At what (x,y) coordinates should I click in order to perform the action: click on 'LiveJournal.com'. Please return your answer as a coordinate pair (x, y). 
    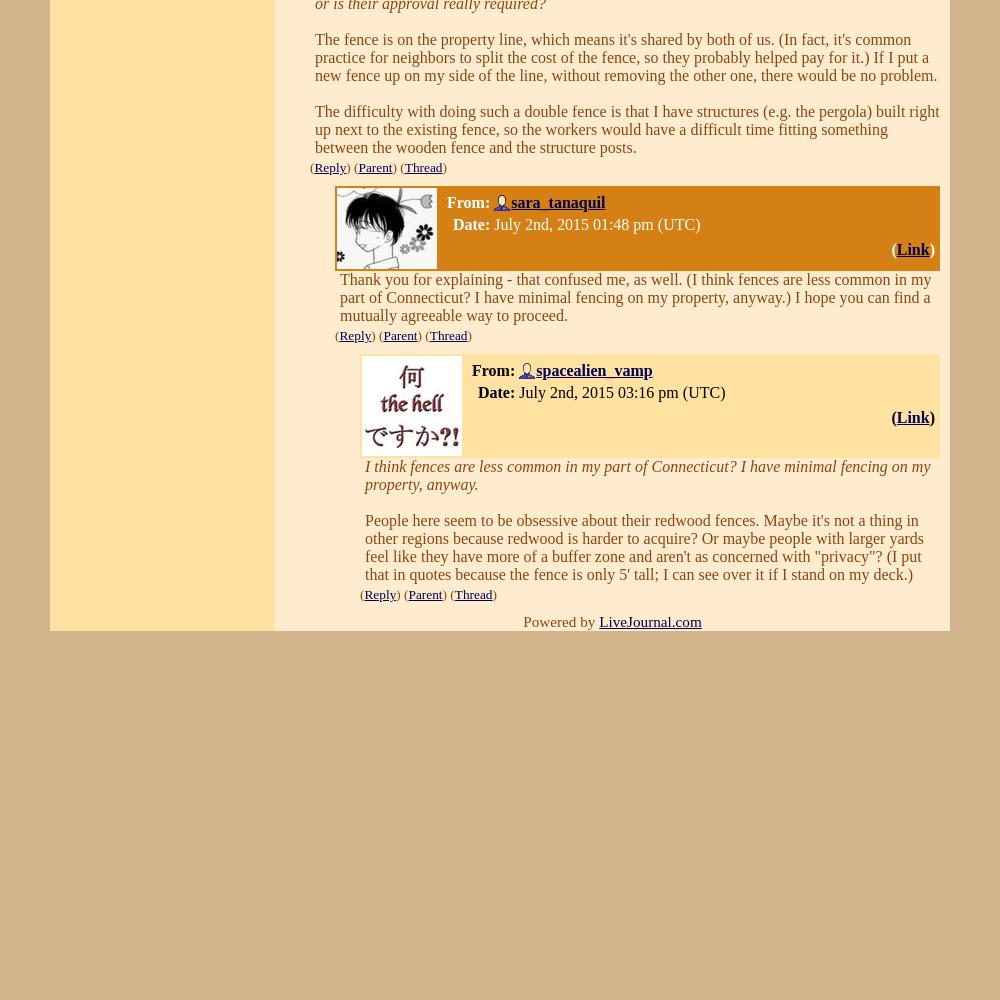
    Looking at the image, I should click on (650, 620).